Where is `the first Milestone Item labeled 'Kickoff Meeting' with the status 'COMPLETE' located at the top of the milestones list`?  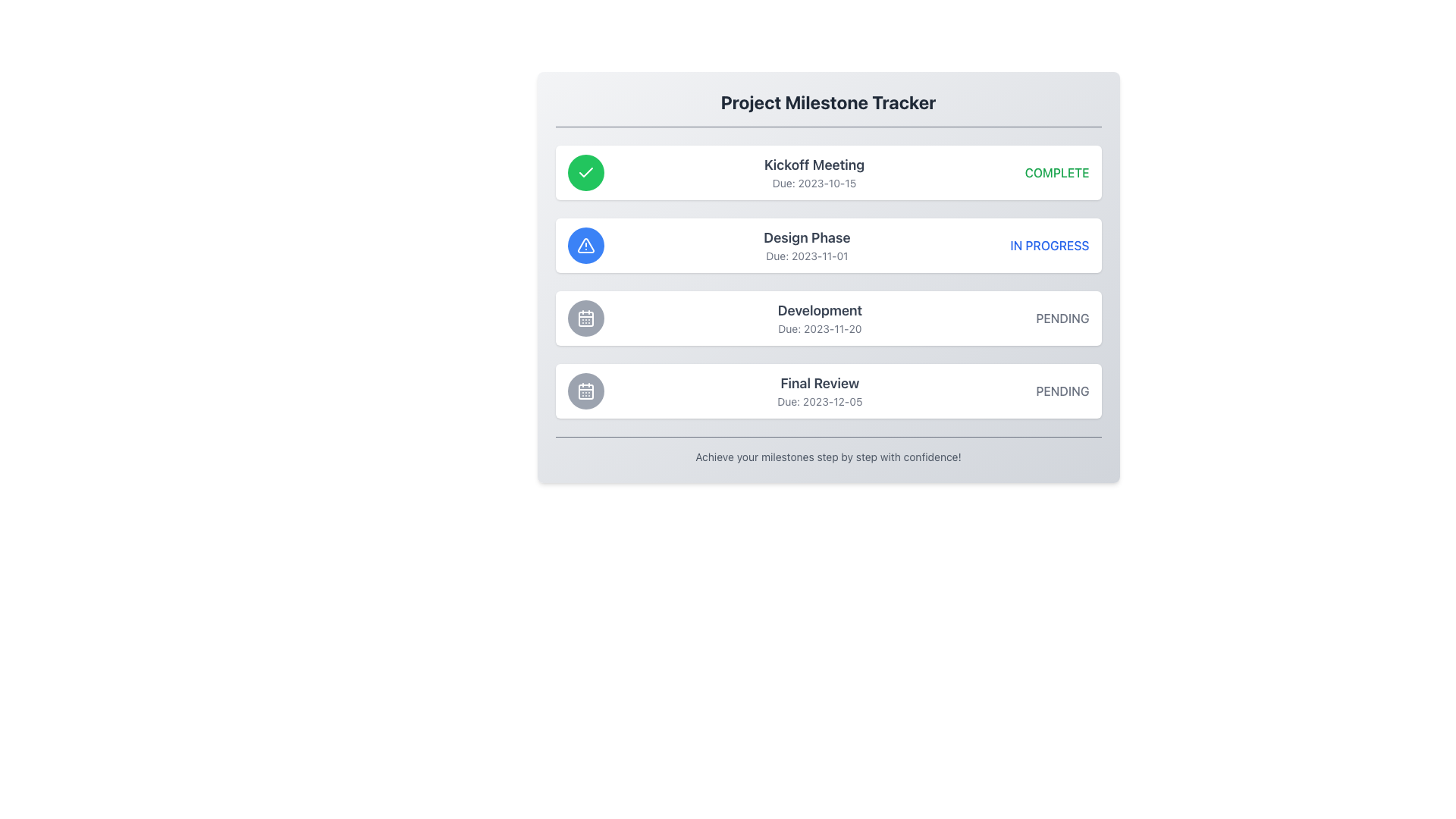 the first Milestone Item labeled 'Kickoff Meeting' with the status 'COMPLETE' located at the top of the milestones list is located at coordinates (827, 171).